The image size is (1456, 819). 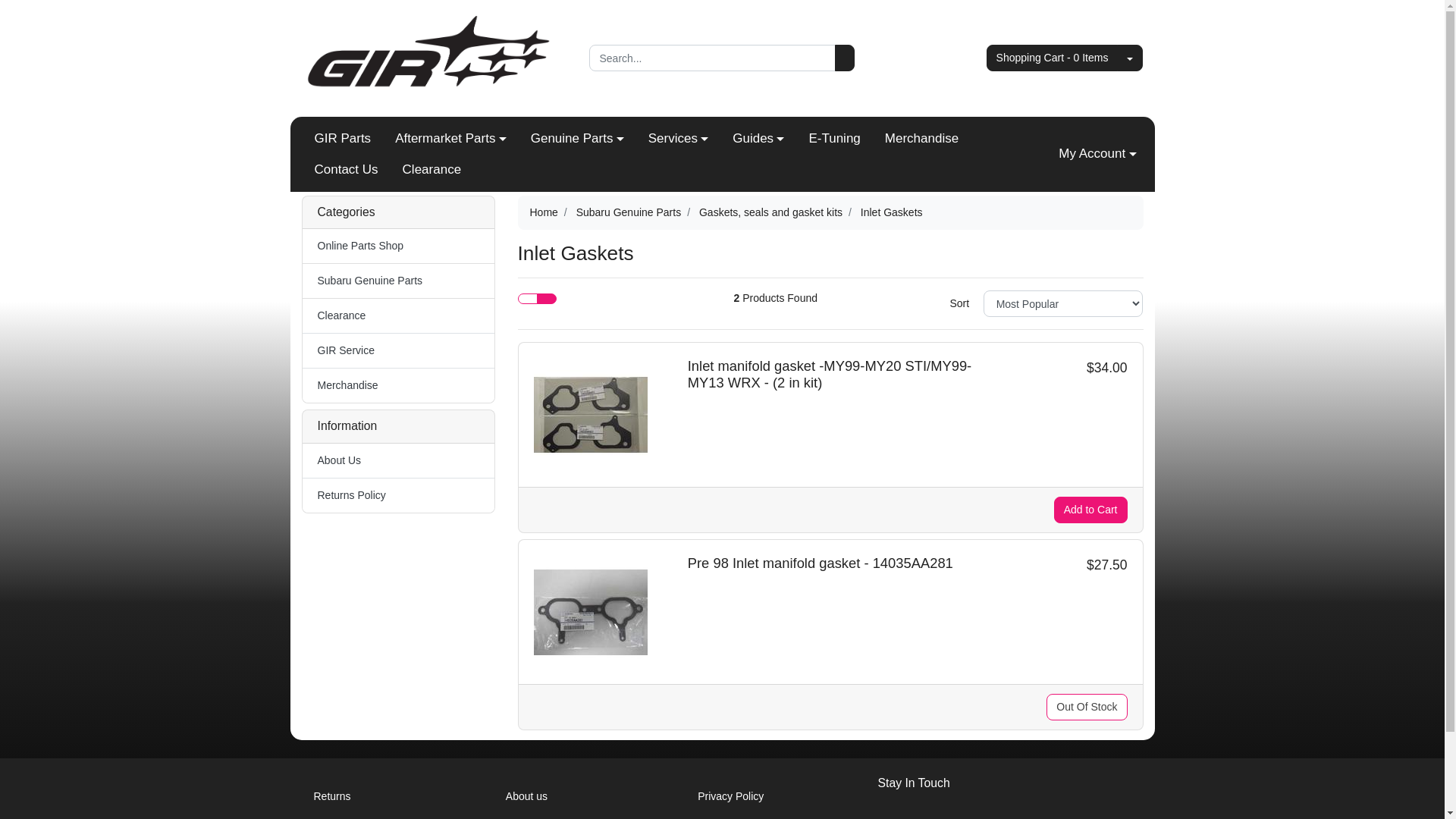 What do you see at coordinates (770, 212) in the screenshot?
I see `'Gaskets, seals and gasket kits'` at bounding box center [770, 212].